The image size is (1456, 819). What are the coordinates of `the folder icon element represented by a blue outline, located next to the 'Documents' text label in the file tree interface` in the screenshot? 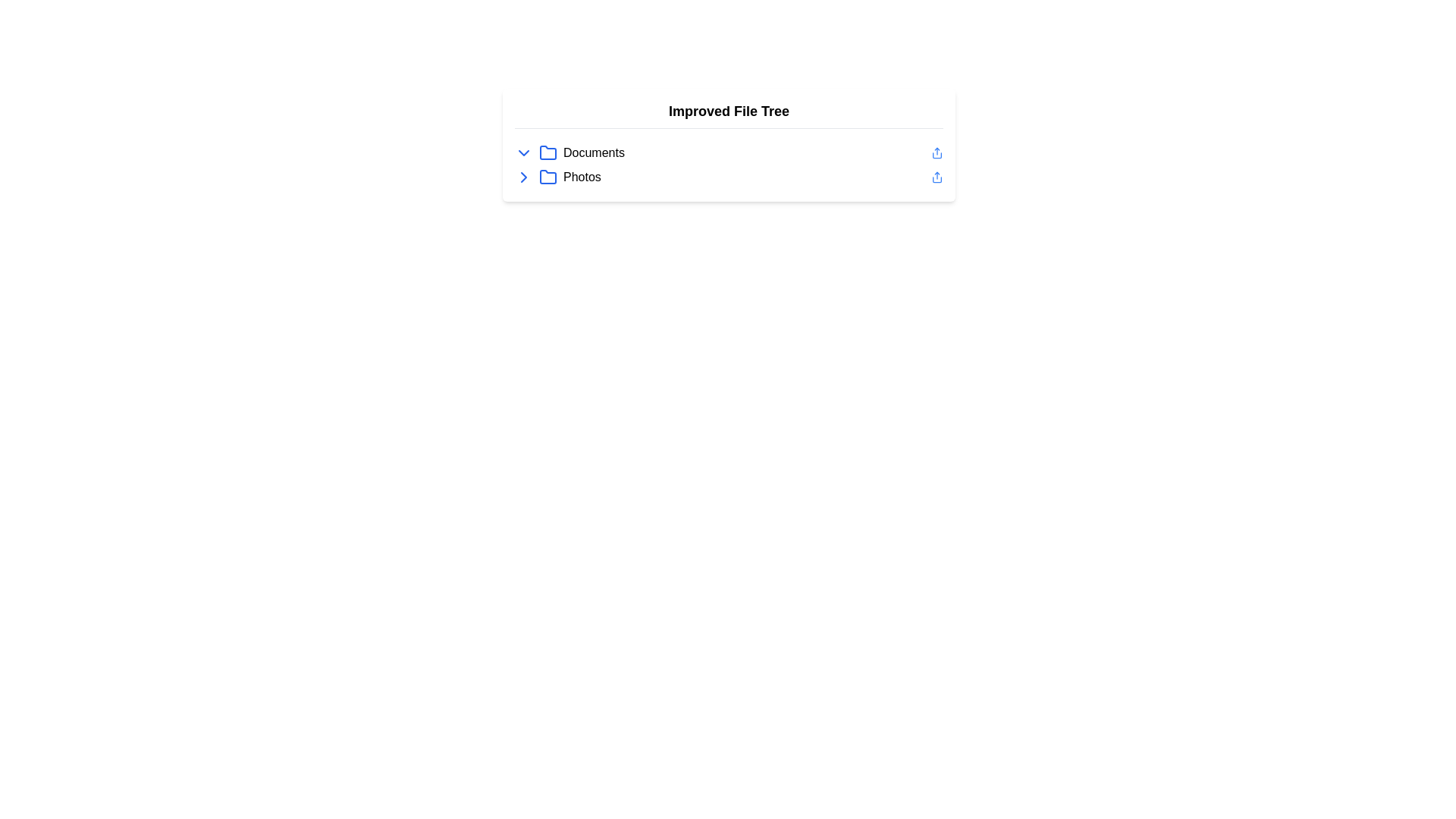 It's located at (548, 152).